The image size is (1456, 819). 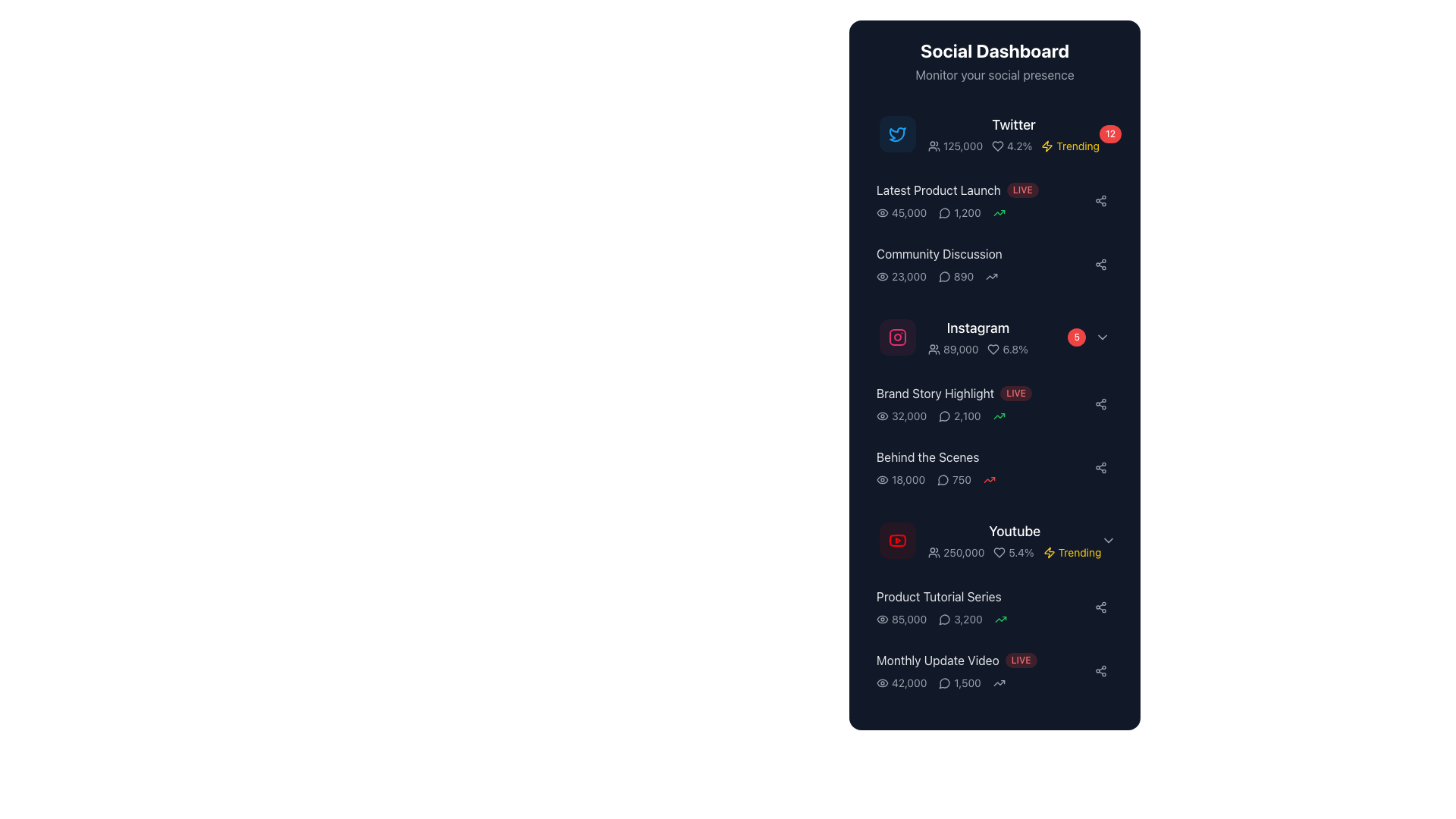 What do you see at coordinates (927, 456) in the screenshot?
I see `the static text label displaying 'Behind the Scenes', which is located under the subtitle 'Instagram' and above the entry for 'YouTube'` at bounding box center [927, 456].